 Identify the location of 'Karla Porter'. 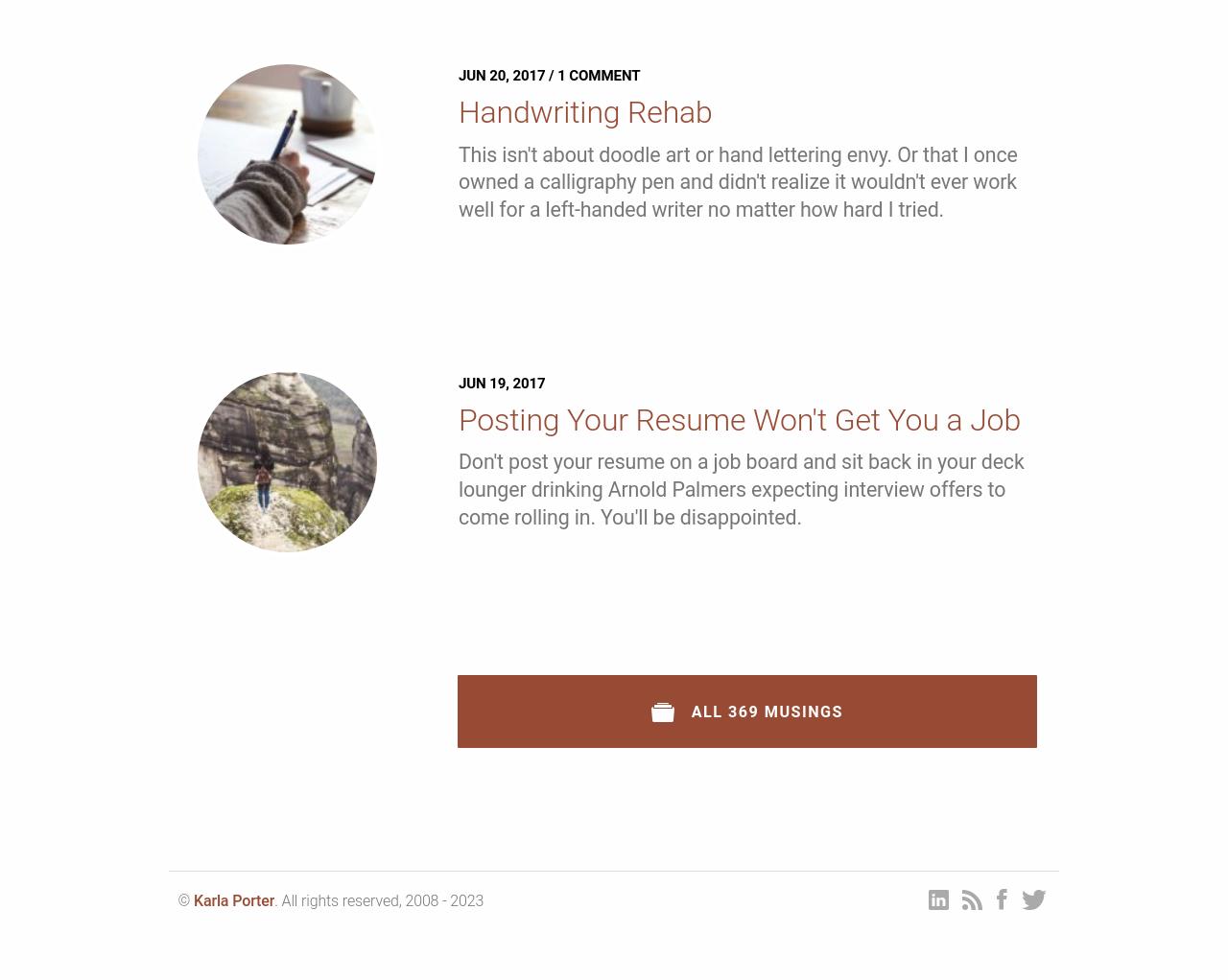
(232, 899).